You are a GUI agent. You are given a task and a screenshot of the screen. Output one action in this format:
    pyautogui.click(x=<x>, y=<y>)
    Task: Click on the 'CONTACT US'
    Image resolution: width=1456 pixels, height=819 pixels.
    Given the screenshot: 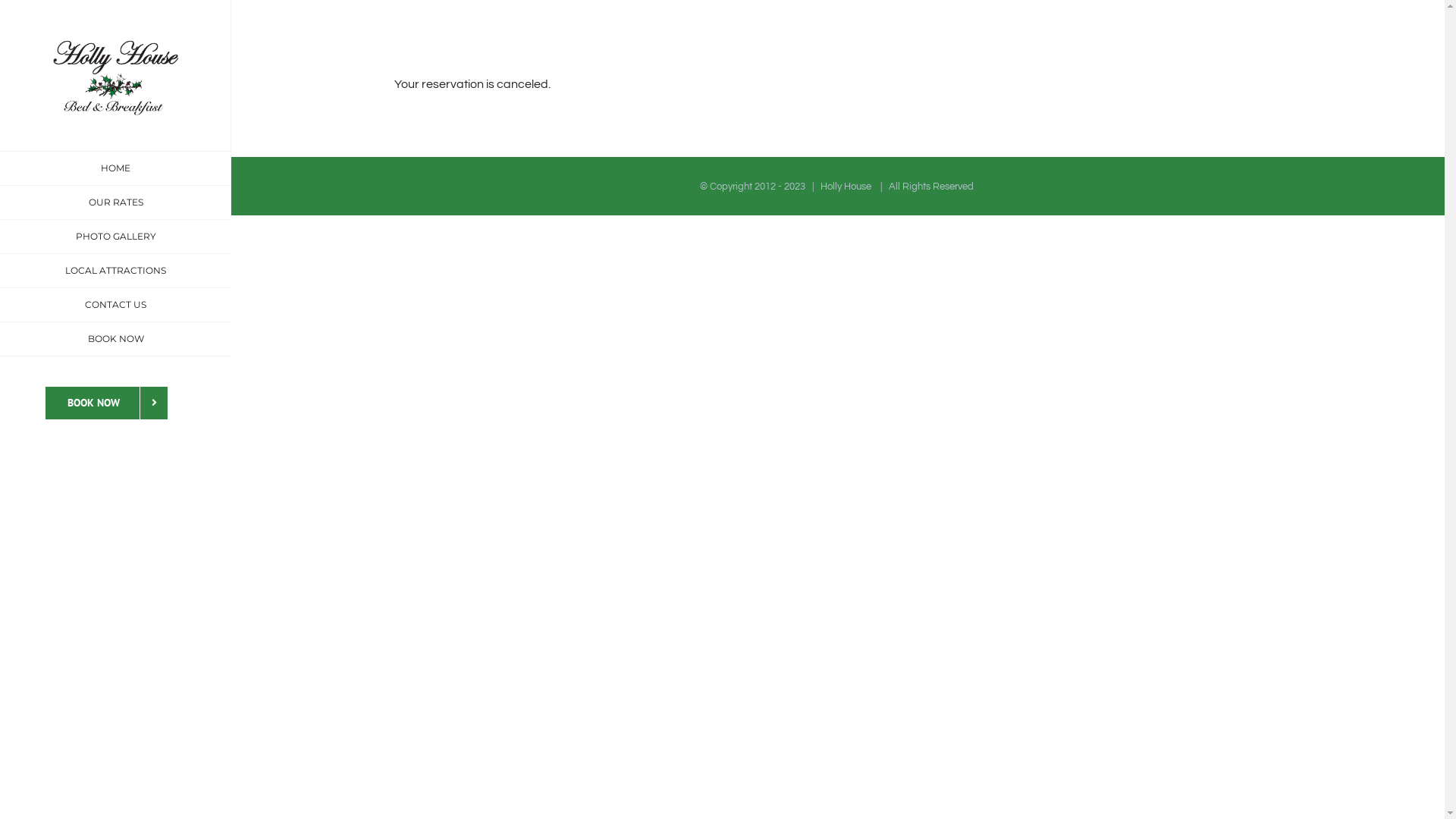 What is the action you would take?
    pyautogui.click(x=115, y=305)
    